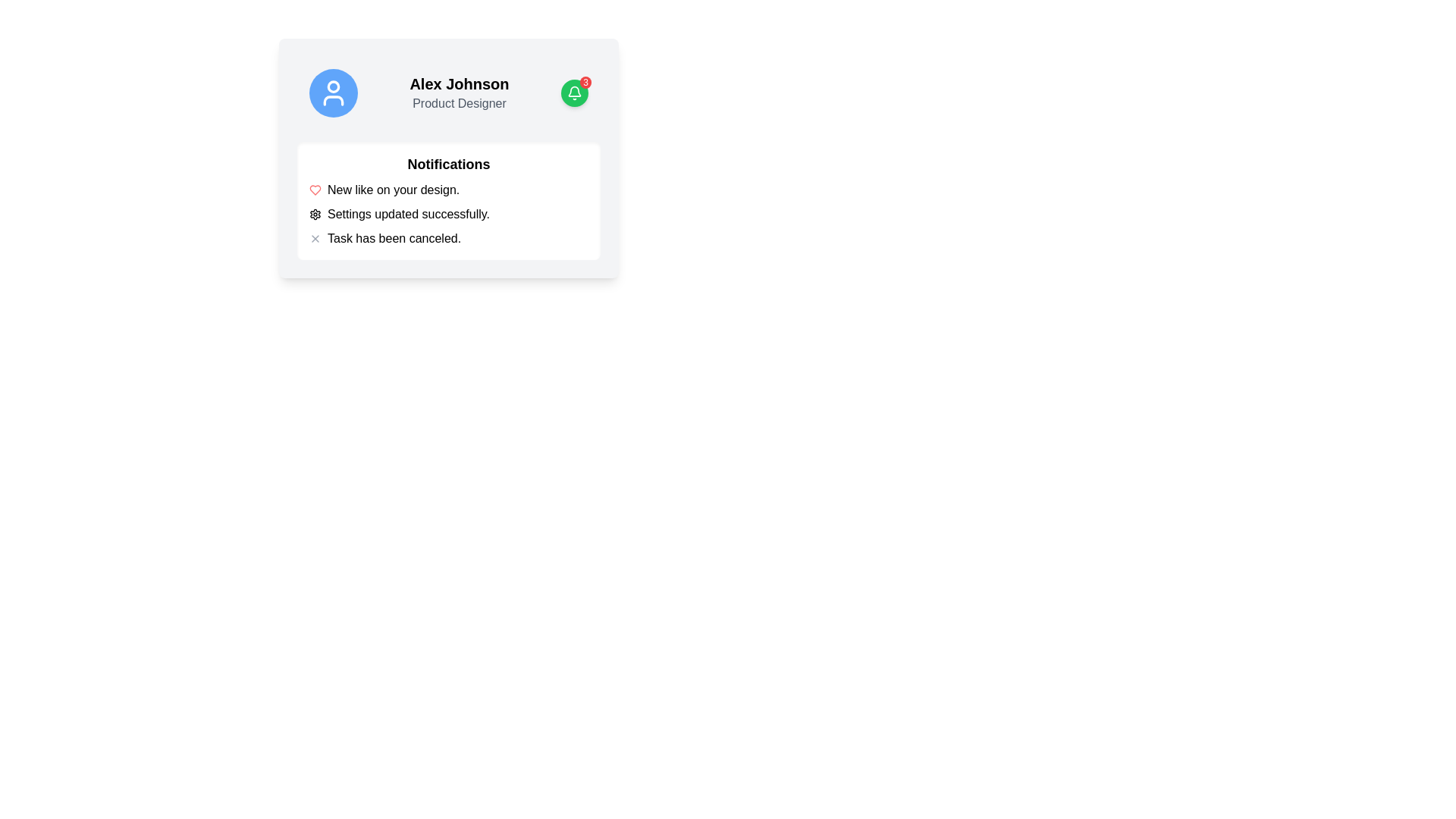 The width and height of the screenshot is (1456, 819). Describe the element at coordinates (333, 93) in the screenshot. I see `the user profile icon, which is centrally placed within a blue circular area above the text 'Alex Johnson' in the user information card` at that location.